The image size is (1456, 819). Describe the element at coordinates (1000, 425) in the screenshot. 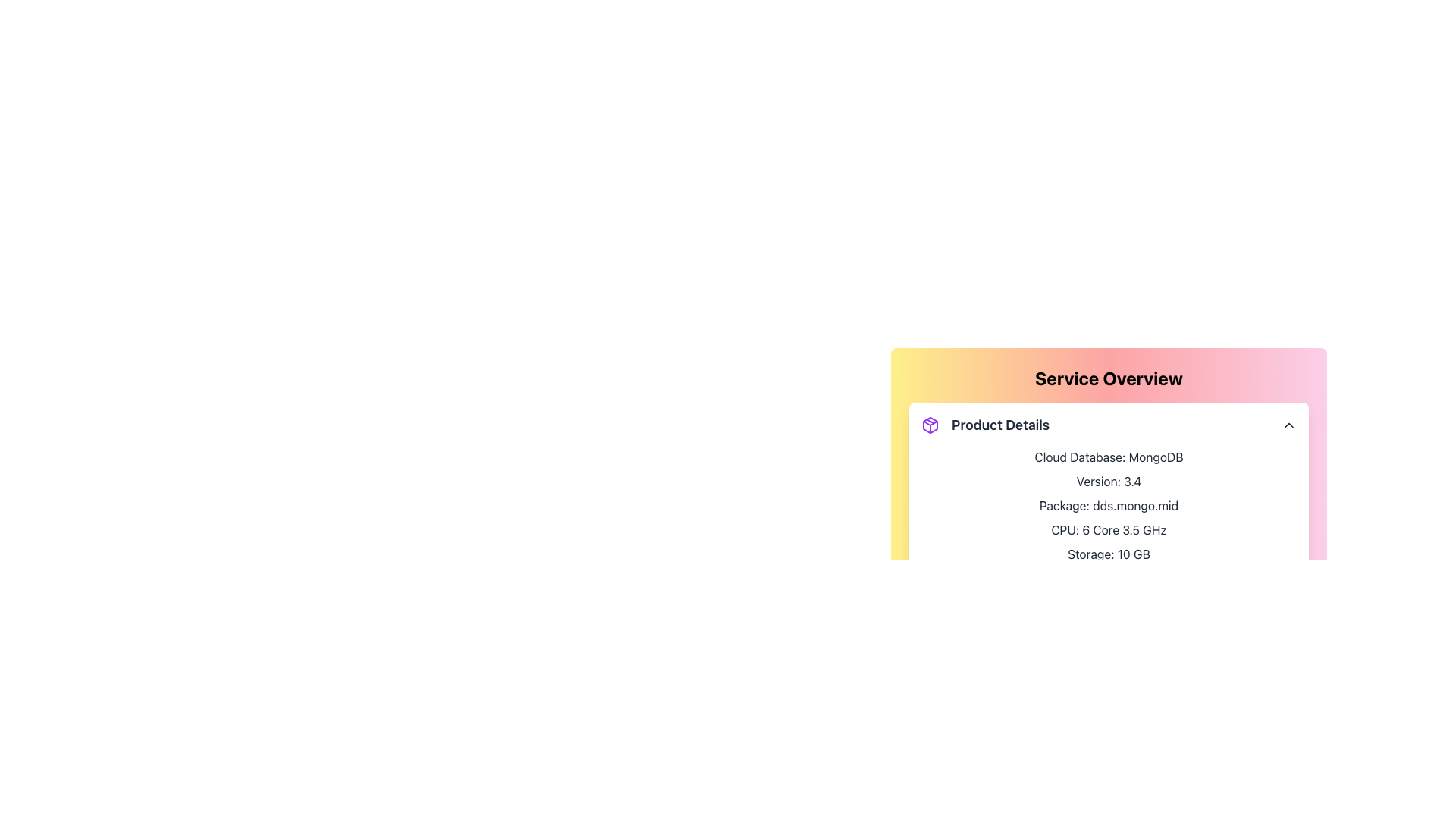

I see `the static text label that serves as a header for product specifications, located within the 'Service Overview' section, to the right of the package icon` at that location.